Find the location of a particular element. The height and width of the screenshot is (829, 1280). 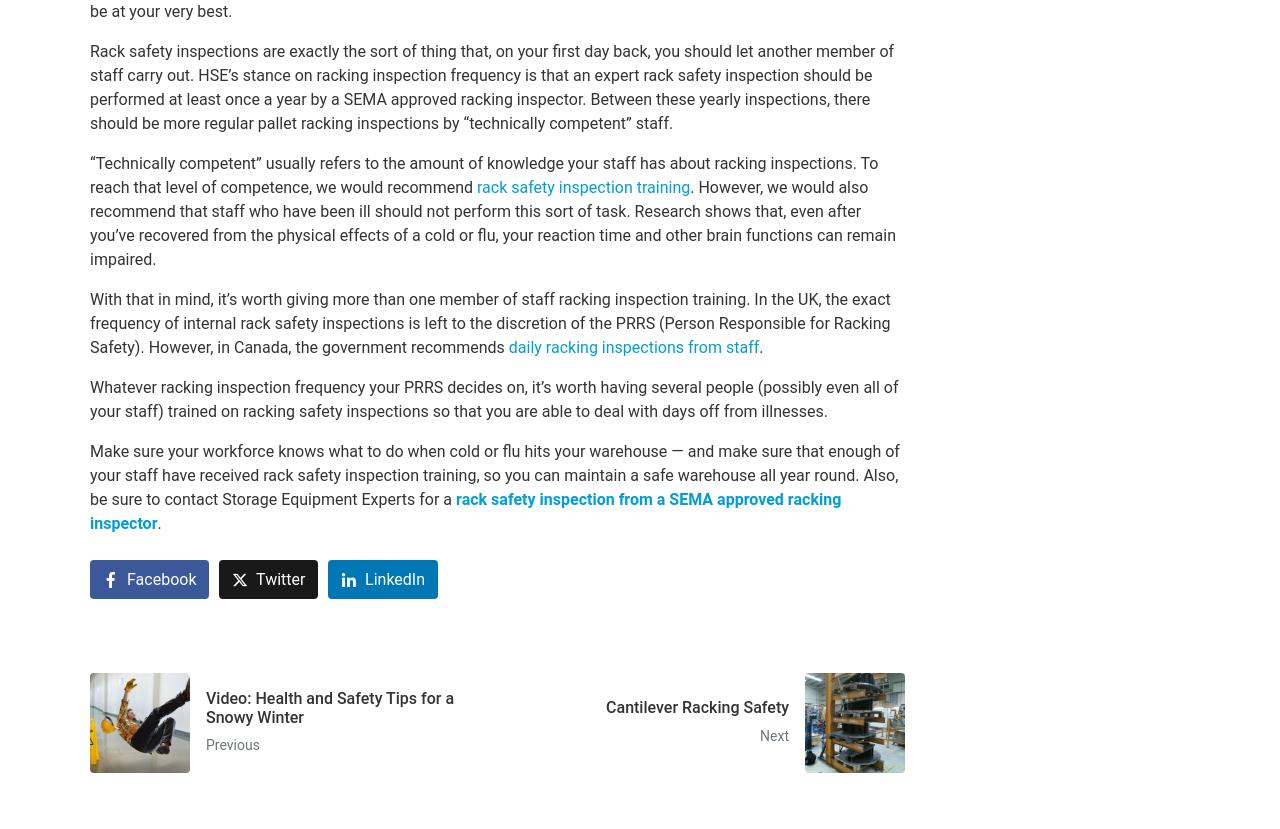

'Video: Health and Safety Tips for a Snowy Winter' is located at coordinates (329, 707).